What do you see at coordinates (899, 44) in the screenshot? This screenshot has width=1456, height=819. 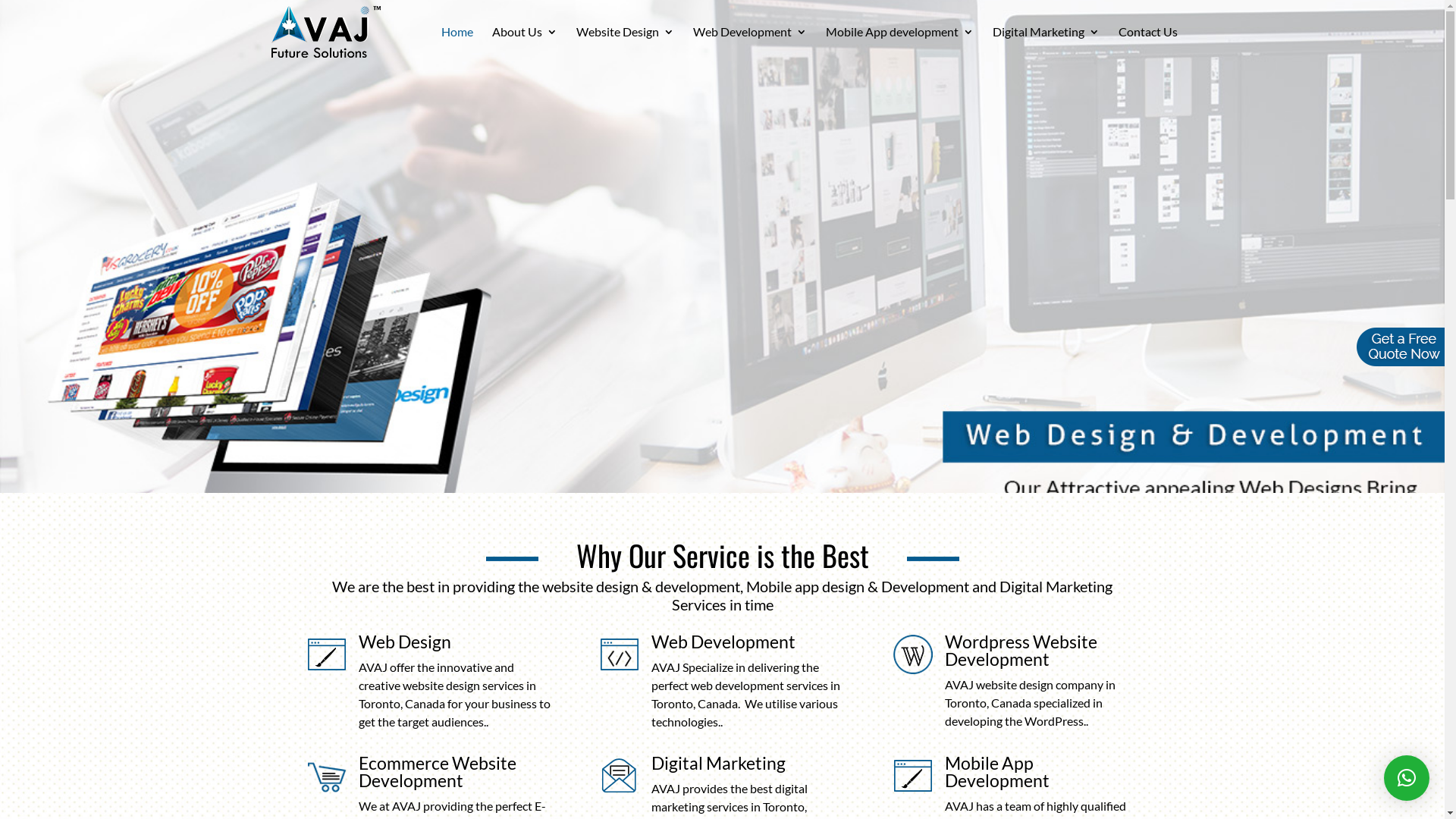 I see `'Mobile App development'` at bounding box center [899, 44].